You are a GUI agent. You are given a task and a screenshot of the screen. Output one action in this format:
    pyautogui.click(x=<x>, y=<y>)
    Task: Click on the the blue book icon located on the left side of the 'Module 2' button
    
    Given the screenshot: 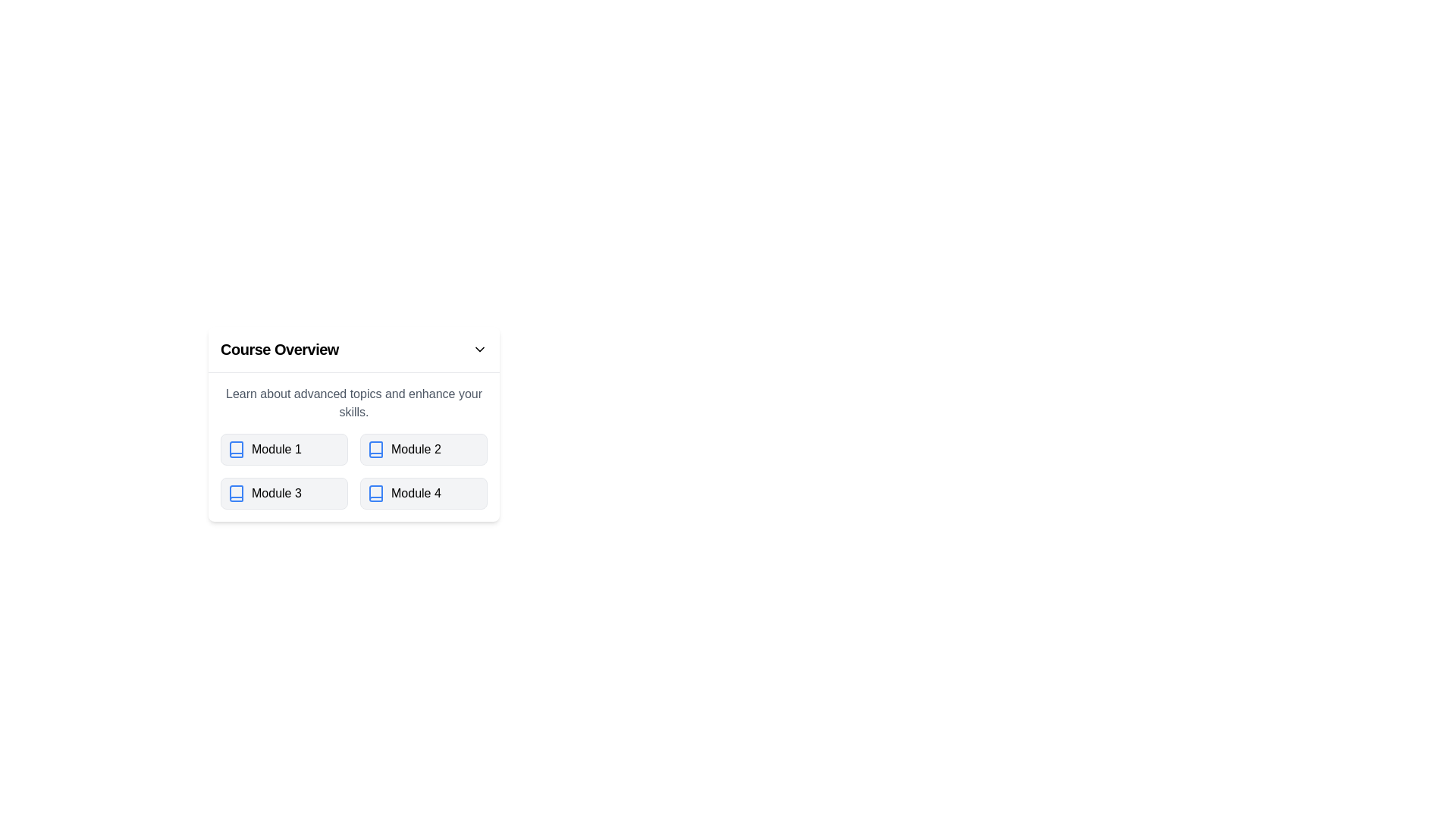 What is the action you would take?
    pyautogui.click(x=375, y=449)
    